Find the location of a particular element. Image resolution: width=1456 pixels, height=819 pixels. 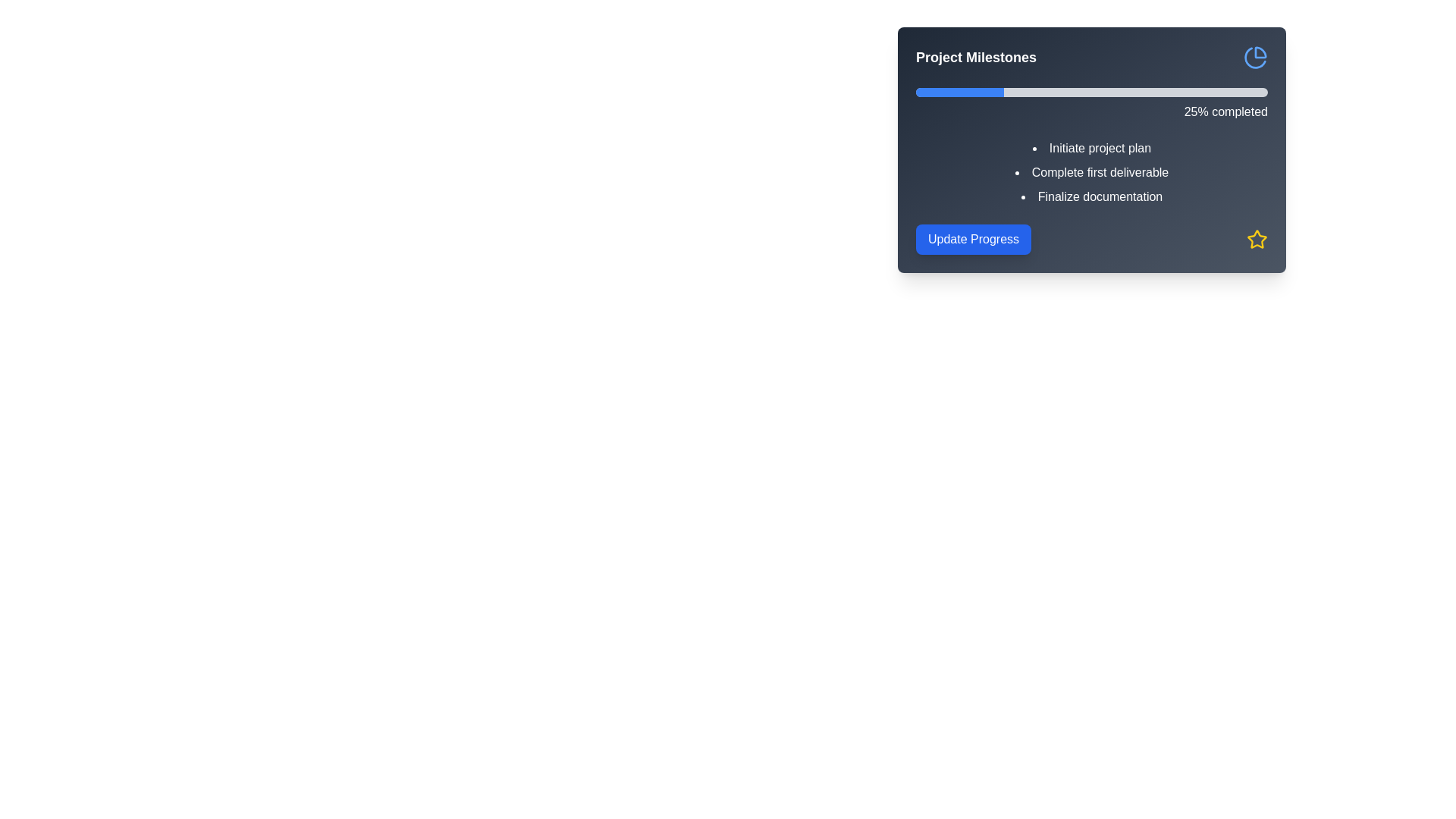

progress is located at coordinates (984, 93).